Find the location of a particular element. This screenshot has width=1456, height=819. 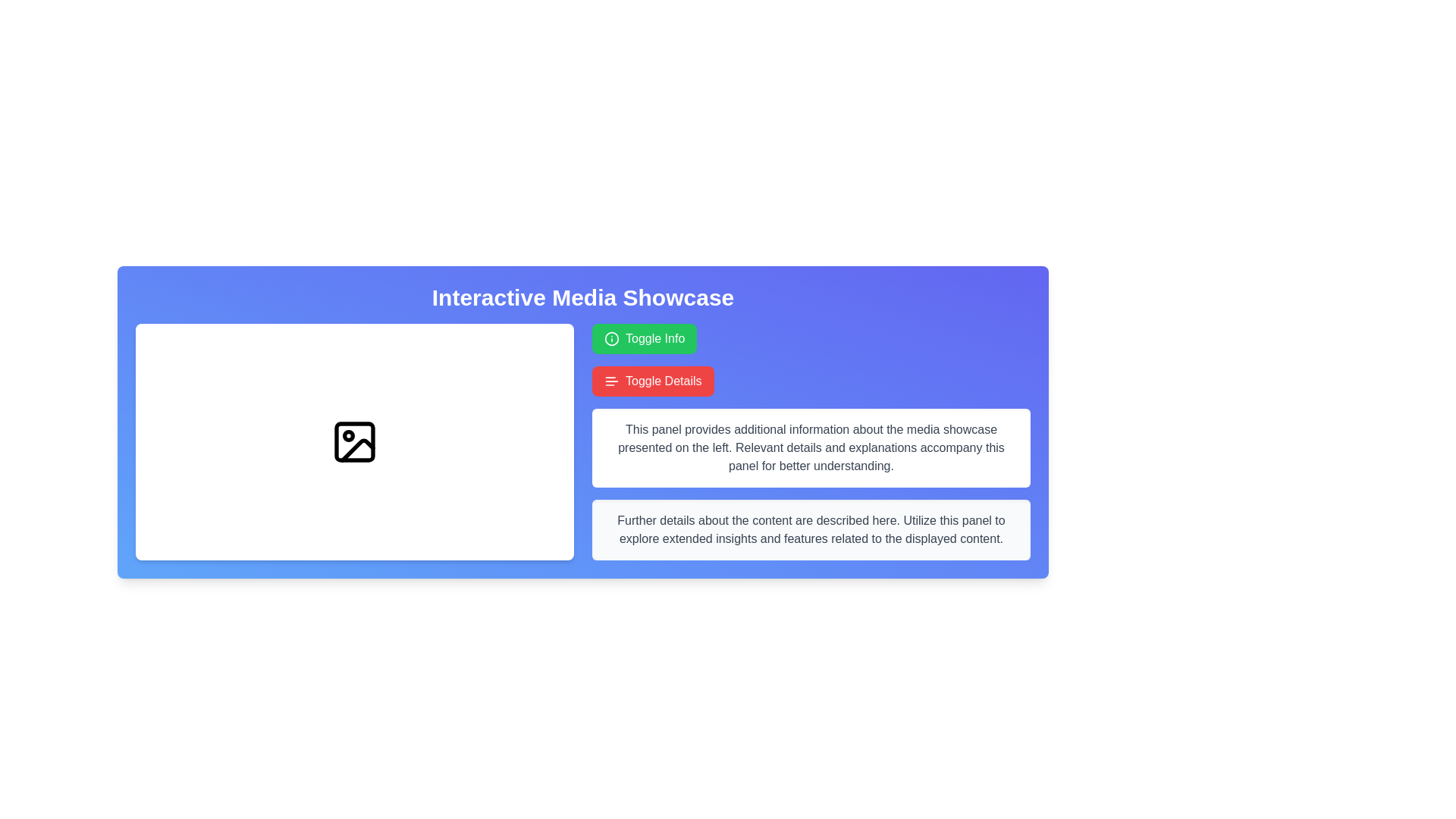

the rectangular SVG subcomponent located on the left side of the interface, which serves as a frame or boundary within the image representation is located at coordinates (353, 441).